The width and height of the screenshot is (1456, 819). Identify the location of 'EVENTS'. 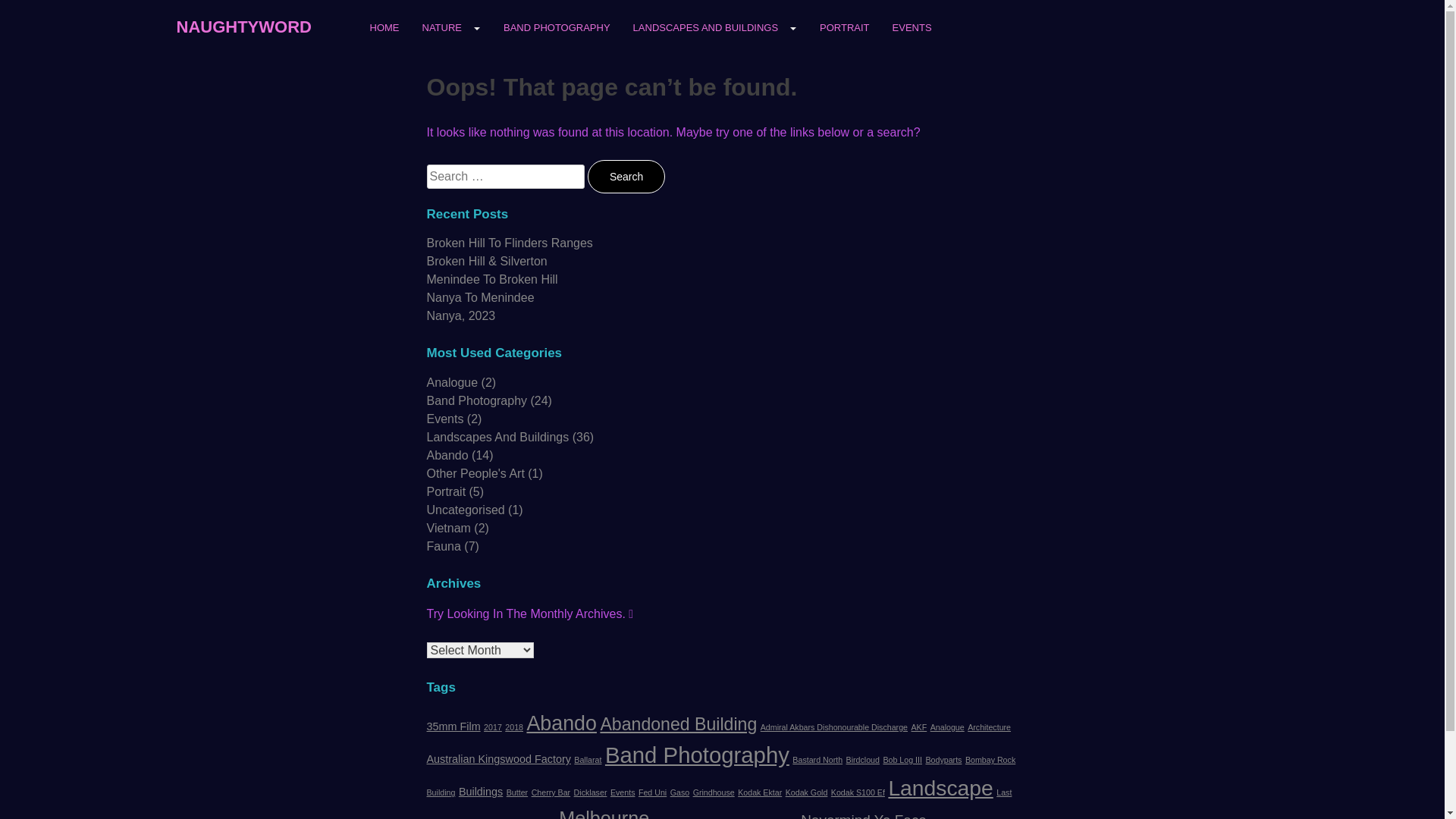
(912, 32).